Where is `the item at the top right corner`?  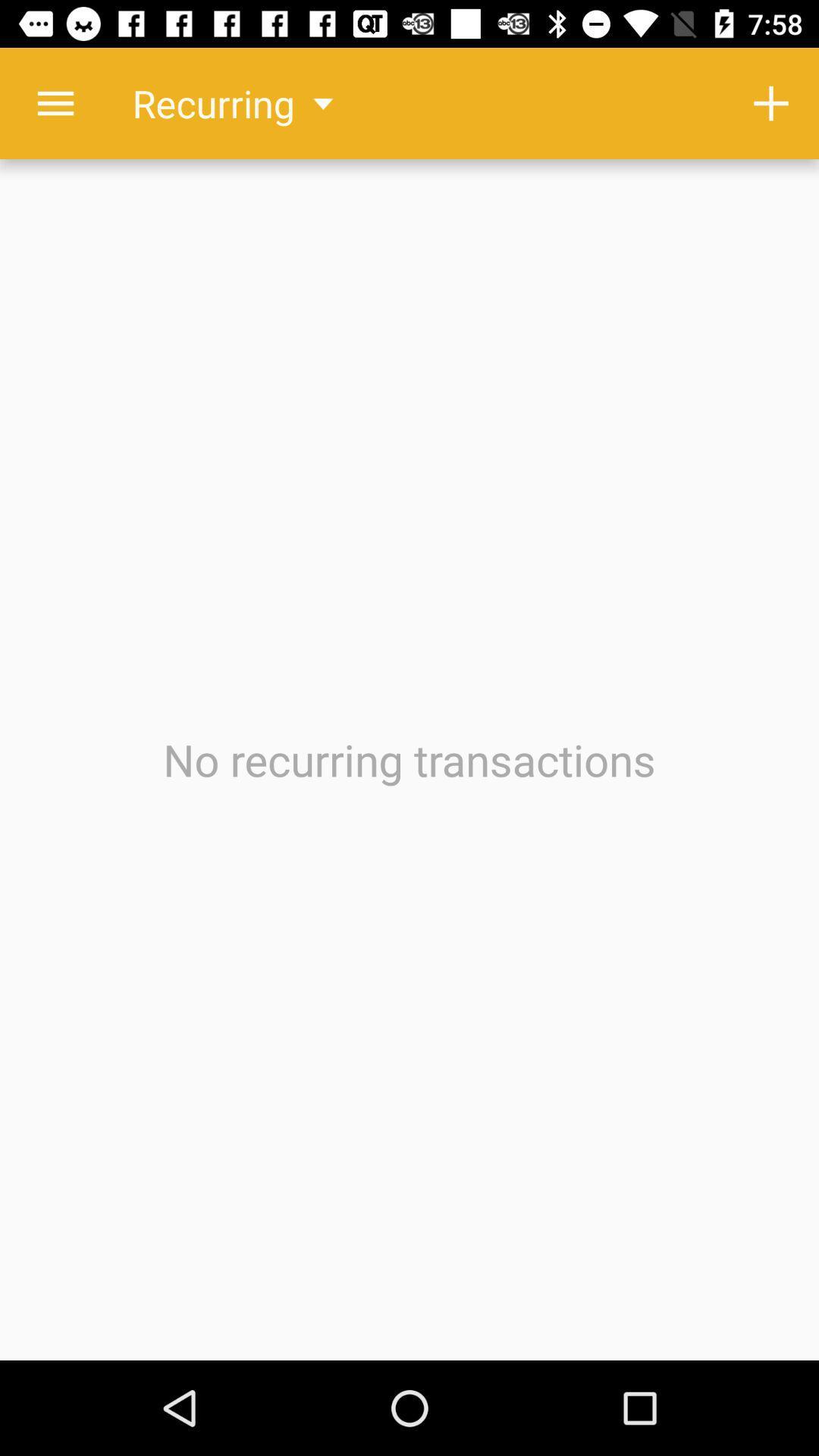 the item at the top right corner is located at coordinates (771, 102).